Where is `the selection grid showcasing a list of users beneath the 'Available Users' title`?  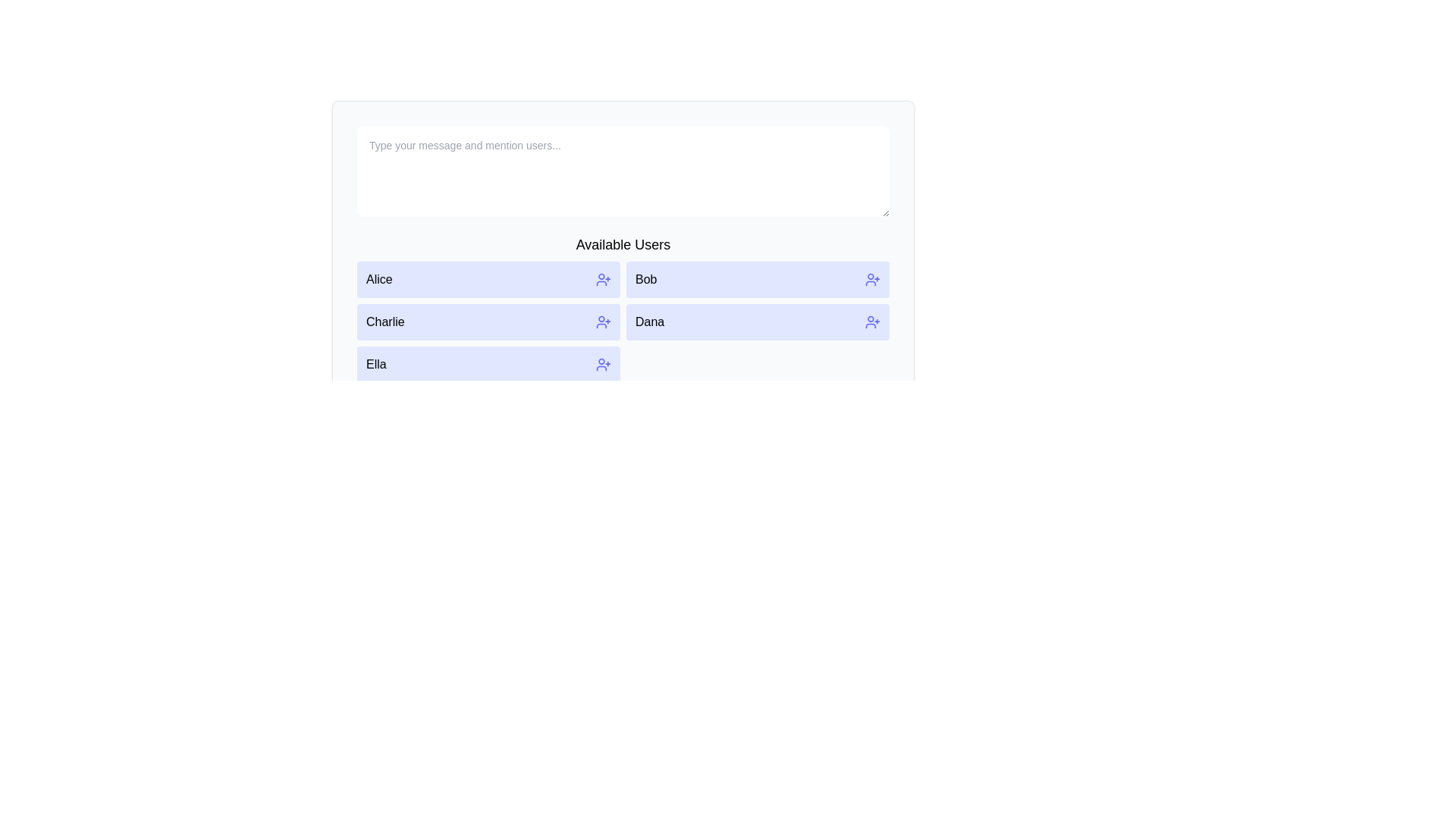
the selection grid showcasing a list of users beneath the 'Available Users' title is located at coordinates (623, 321).